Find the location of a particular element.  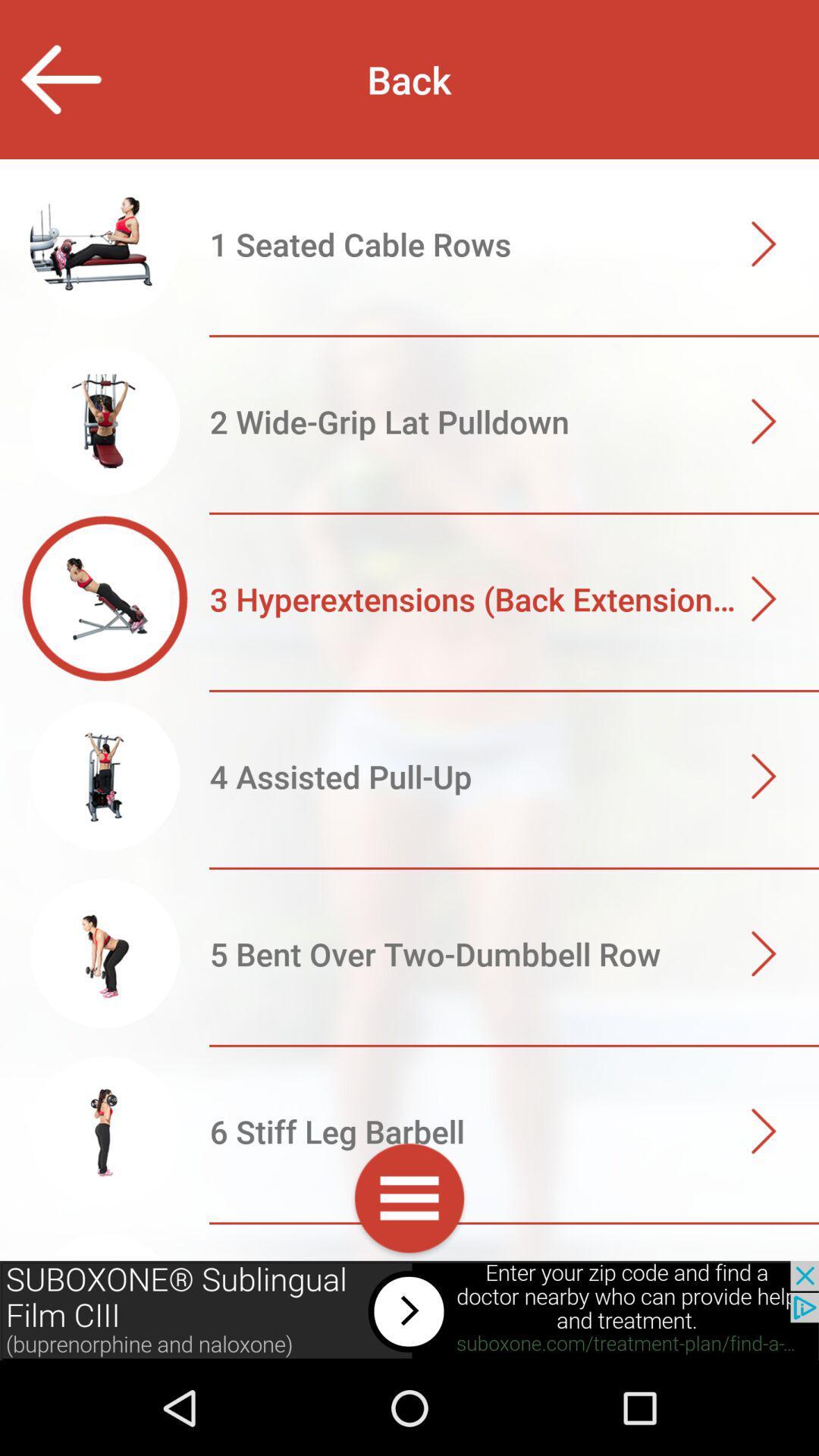

advertisement is located at coordinates (409, 1310).